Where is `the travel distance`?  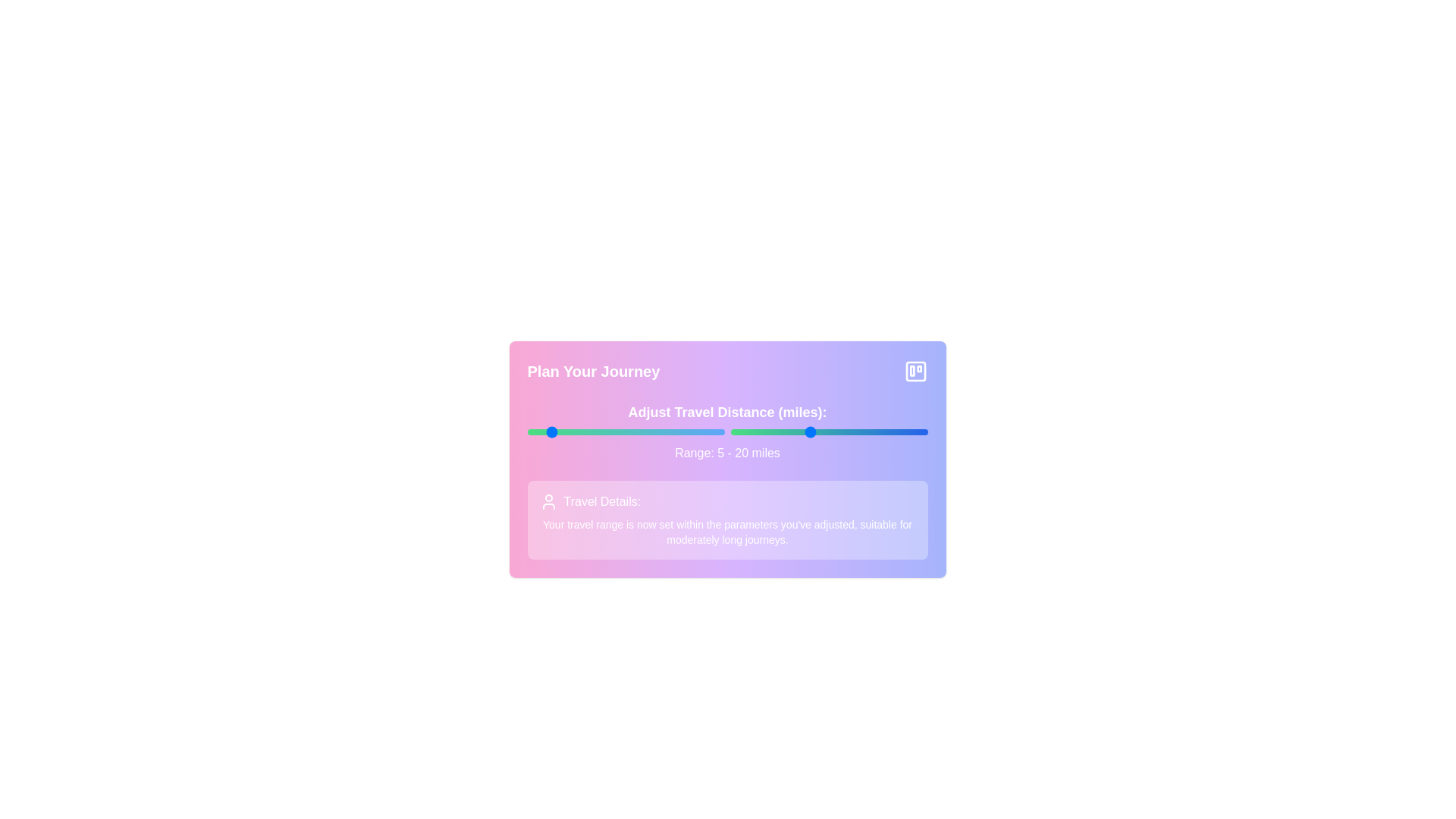 the travel distance is located at coordinates (742, 432).